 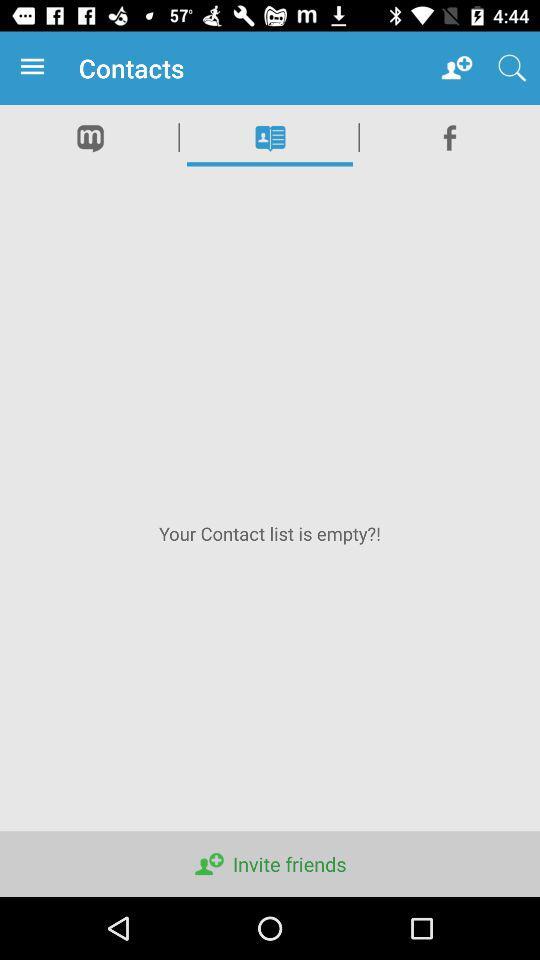 I want to click on app to the right of contacts icon, so click(x=457, y=68).